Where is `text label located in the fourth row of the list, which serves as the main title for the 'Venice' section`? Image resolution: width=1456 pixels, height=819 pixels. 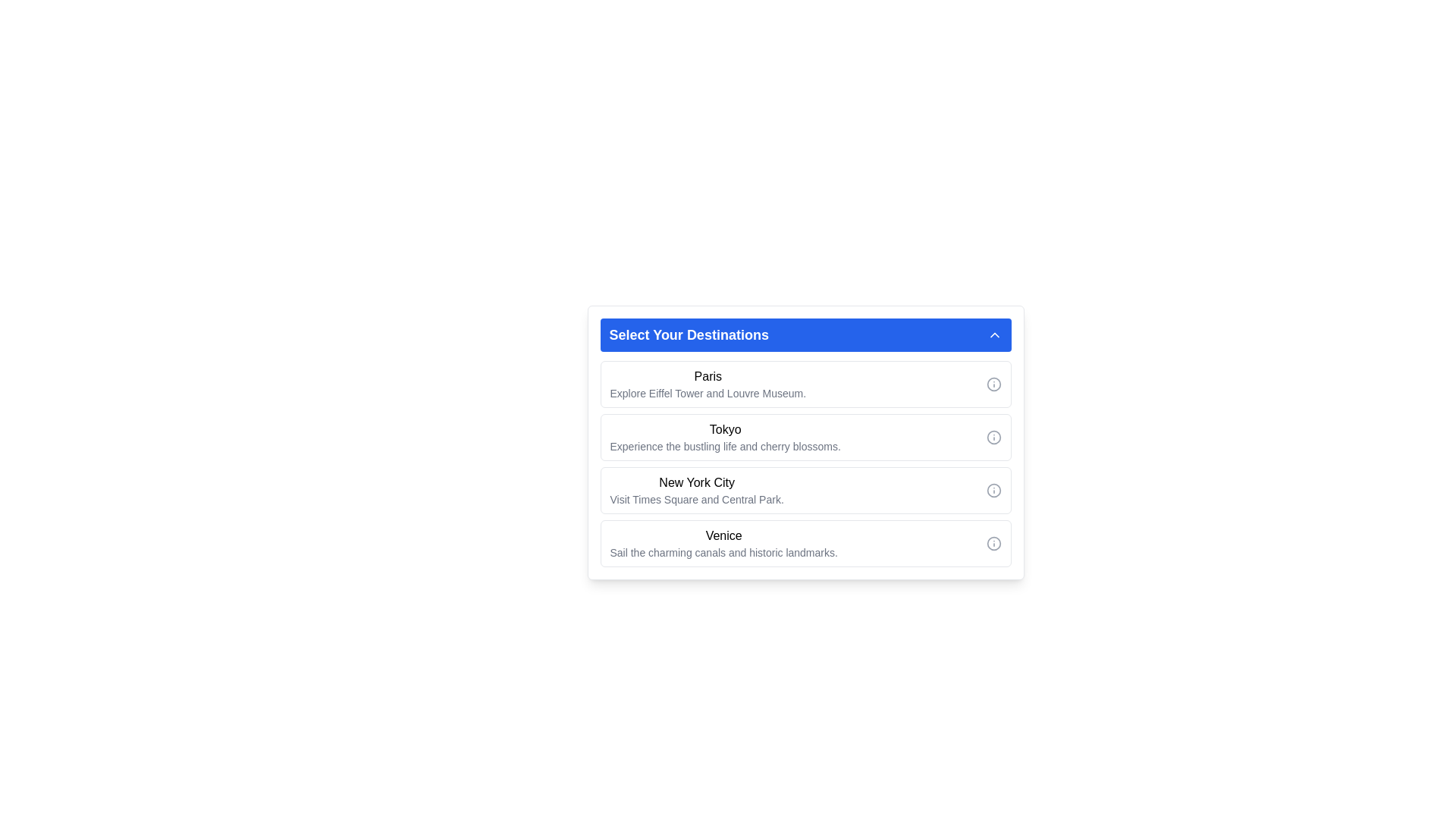
text label located in the fourth row of the list, which serves as the main title for the 'Venice' section is located at coordinates (723, 535).